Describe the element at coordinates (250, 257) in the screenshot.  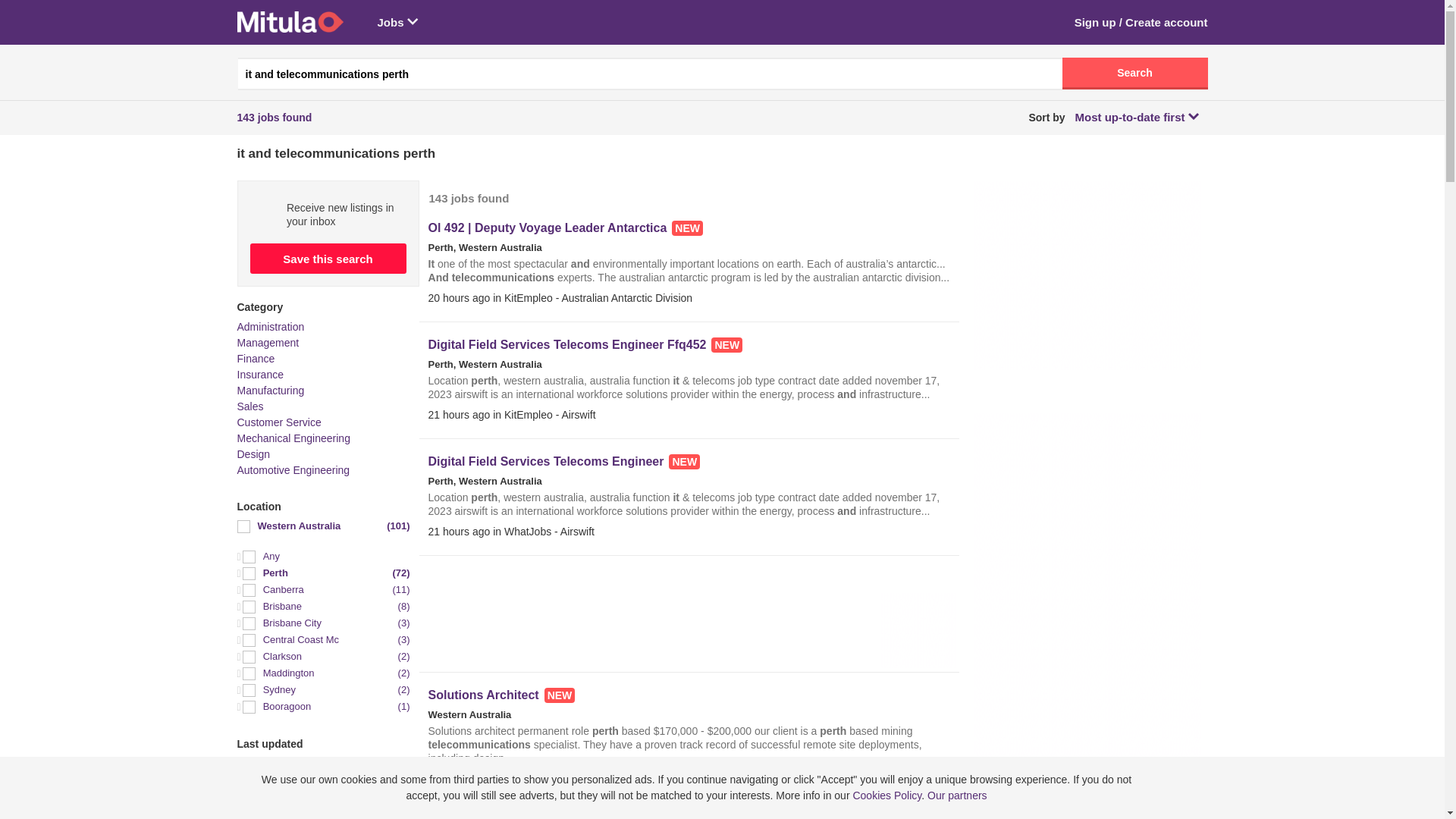
I see `'Save this search'` at that location.